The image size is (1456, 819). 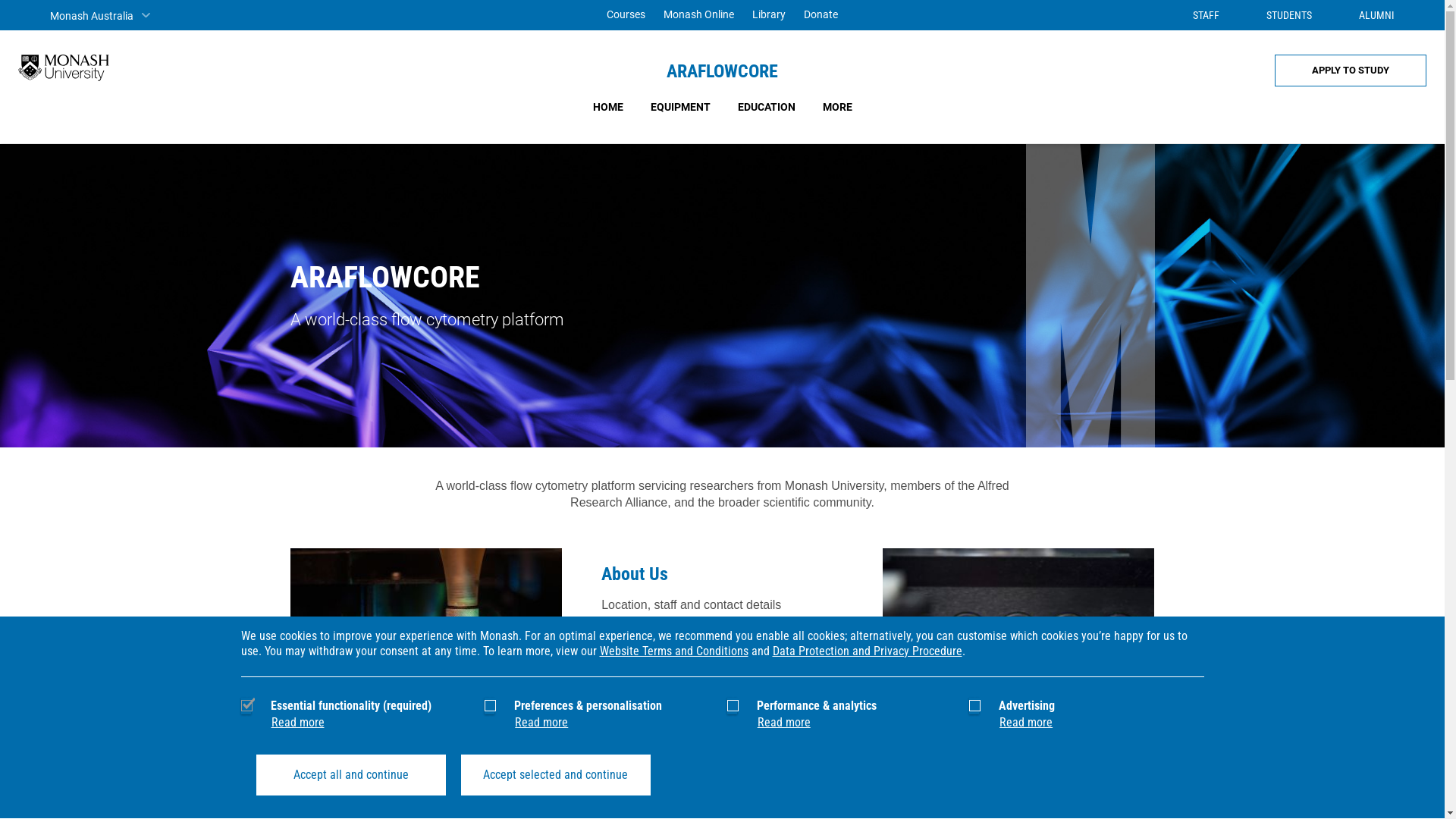 I want to click on 'Monash University', so click(x=62, y=67).